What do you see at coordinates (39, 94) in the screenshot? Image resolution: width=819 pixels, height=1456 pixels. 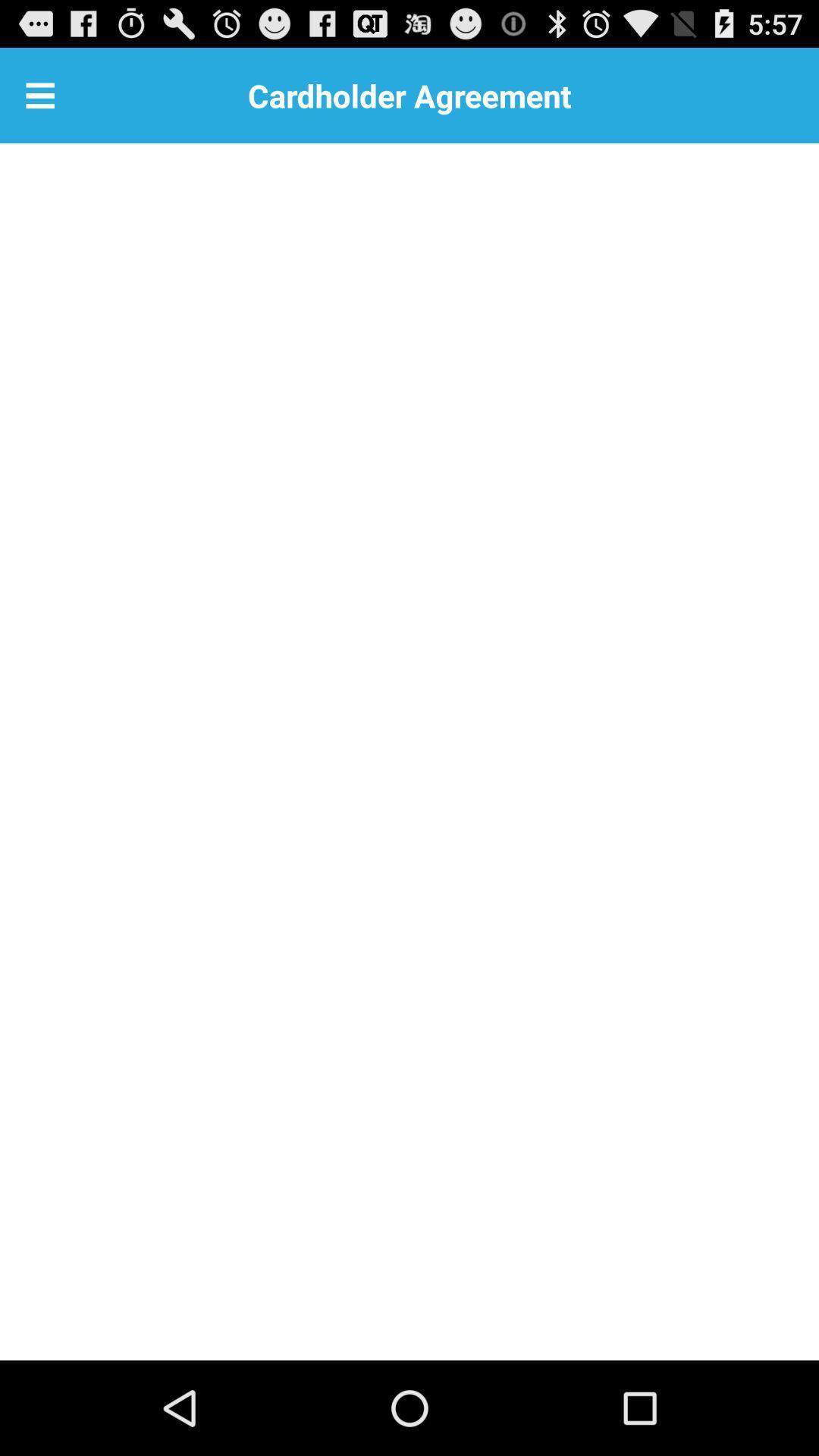 I see `app to the left of cardholder agreement item` at bounding box center [39, 94].